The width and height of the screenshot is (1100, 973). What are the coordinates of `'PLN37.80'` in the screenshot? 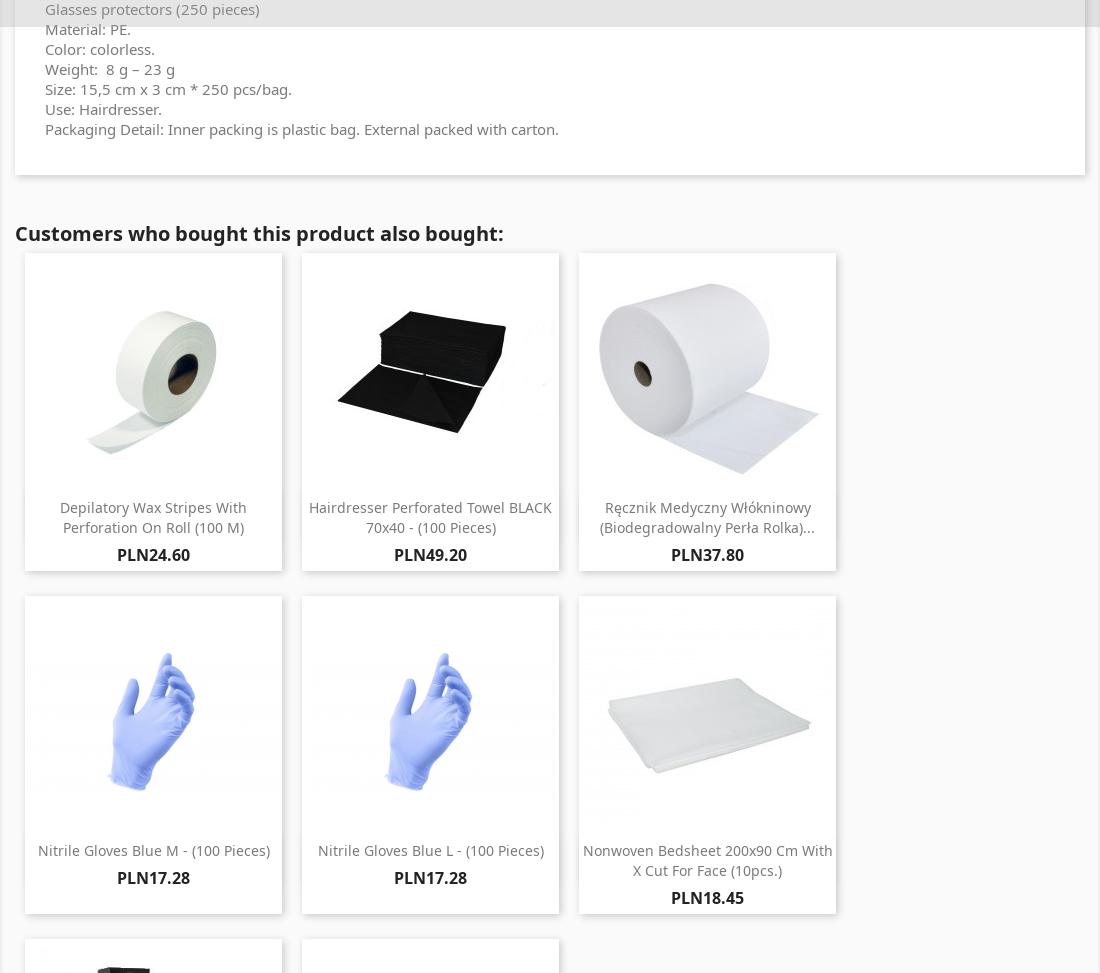 It's located at (706, 553).